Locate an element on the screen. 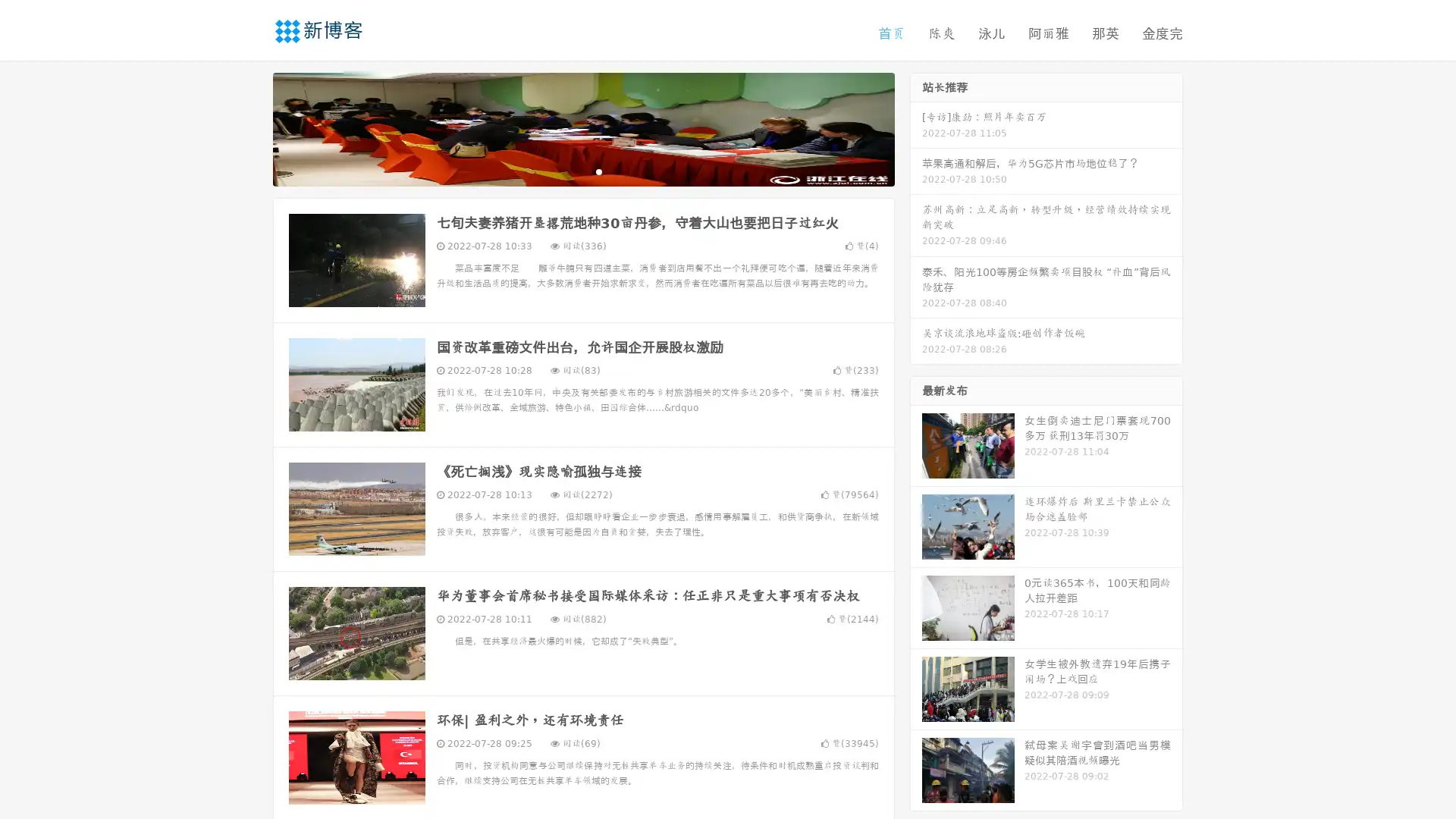 The height and width of the screenshot is (819, 1456). Go to slide 2 is located at coordinates (582, 171).